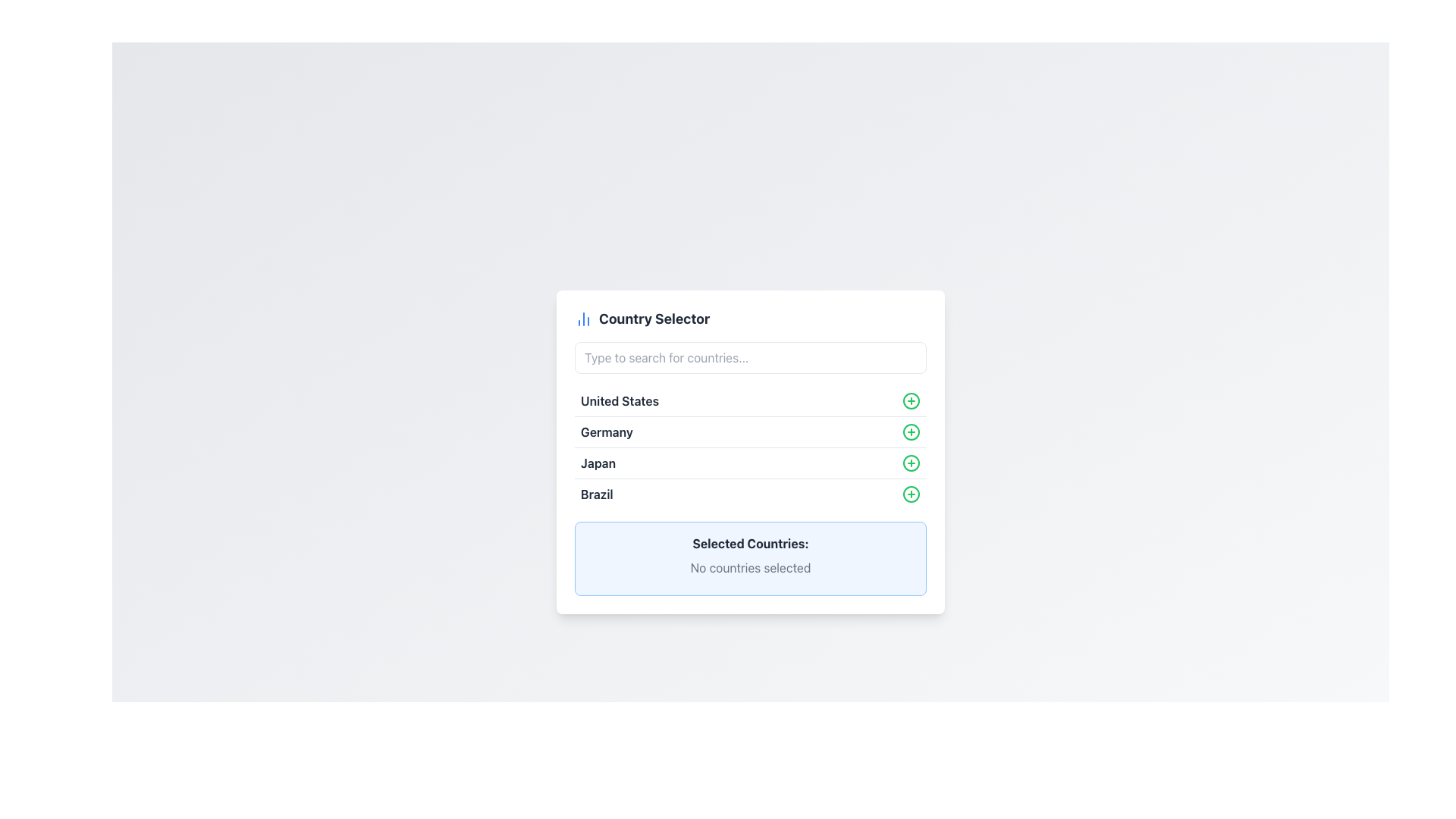 This screenshot has width=1456, height=819. I want to click on text from the first item in the vertically stacked list of country names, which displays 'United States' in bold and dark gray, so click(620, 400).